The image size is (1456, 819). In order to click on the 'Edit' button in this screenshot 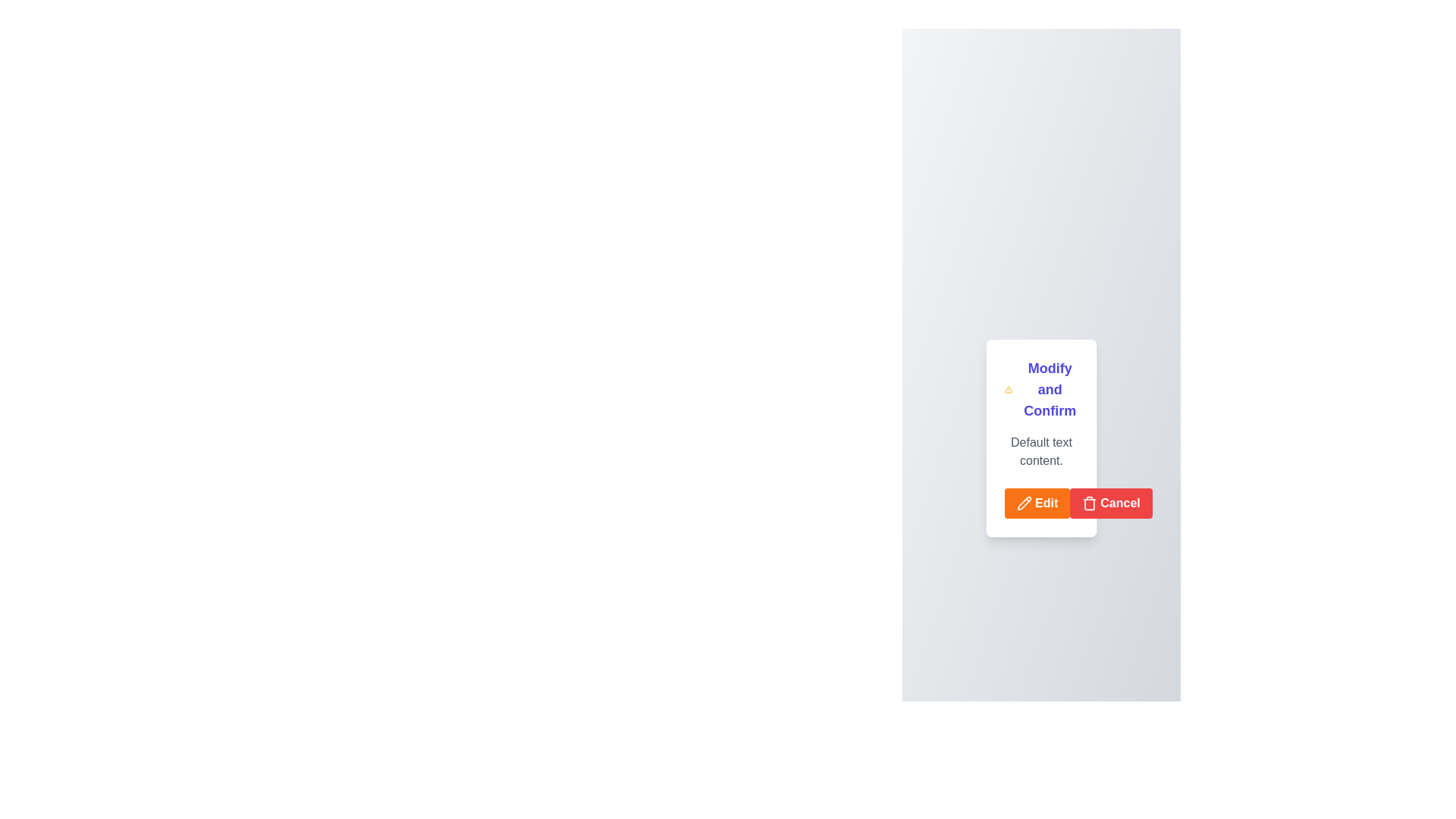, I will do `click(1040, 503)`.